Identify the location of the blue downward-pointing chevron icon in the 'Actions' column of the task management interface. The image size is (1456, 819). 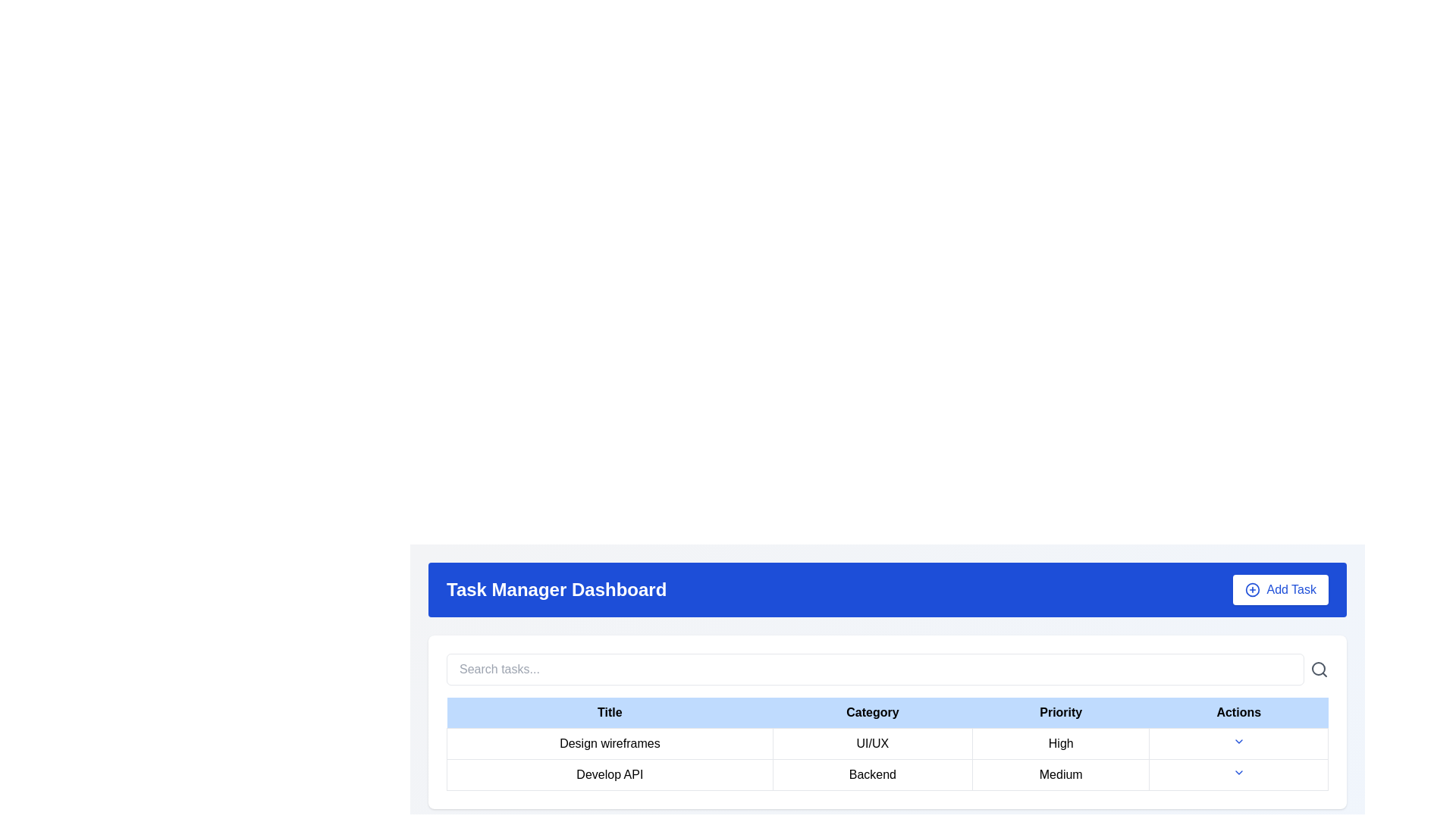
(1238, 772).